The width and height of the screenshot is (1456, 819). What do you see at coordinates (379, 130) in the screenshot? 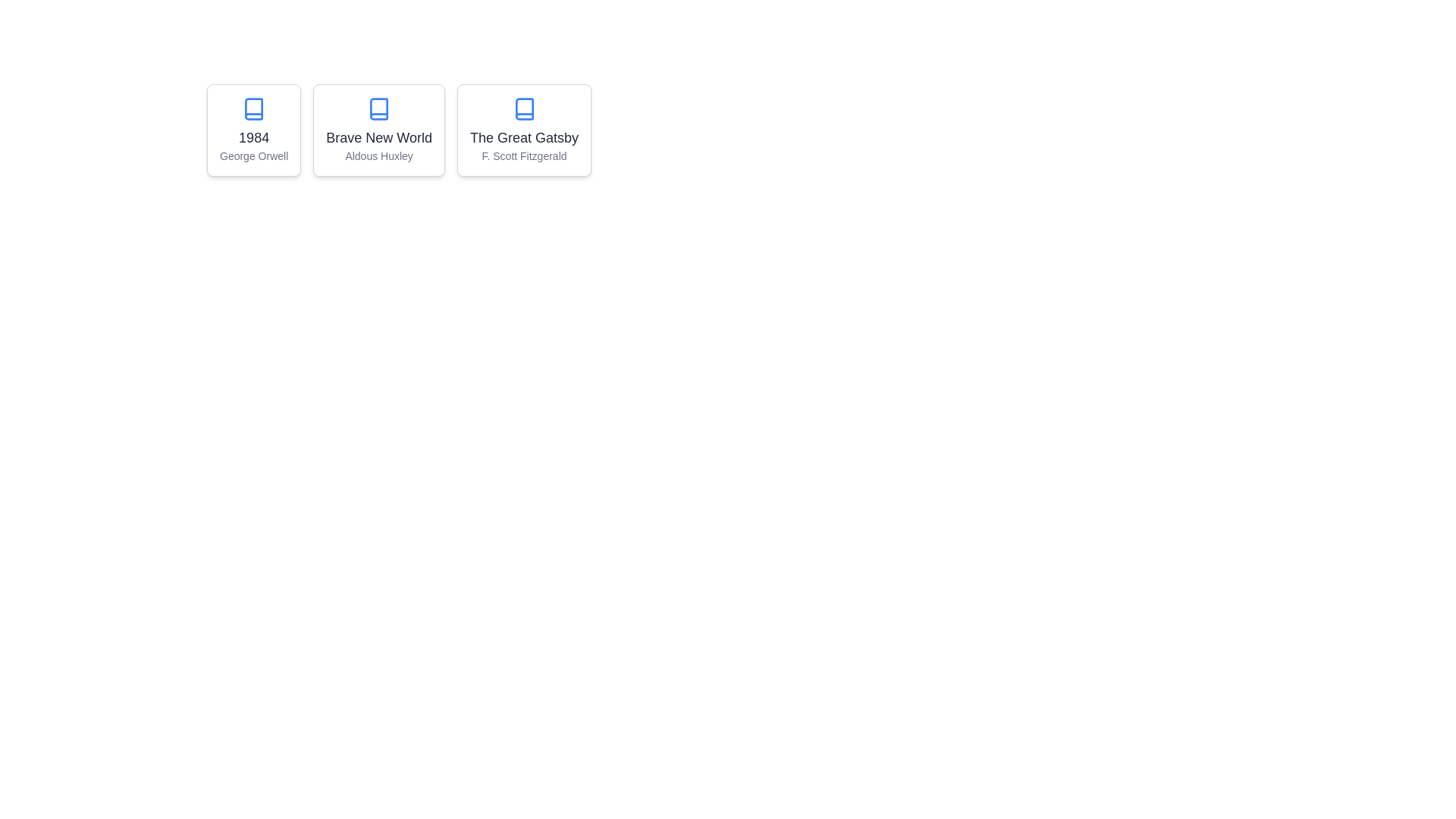
I see `the informational card displaying 'Brave New World' by Aldous Huxley, which is the second card in a row of three, identified by its blue book icon and bold text` at bounding box center [379, 130].